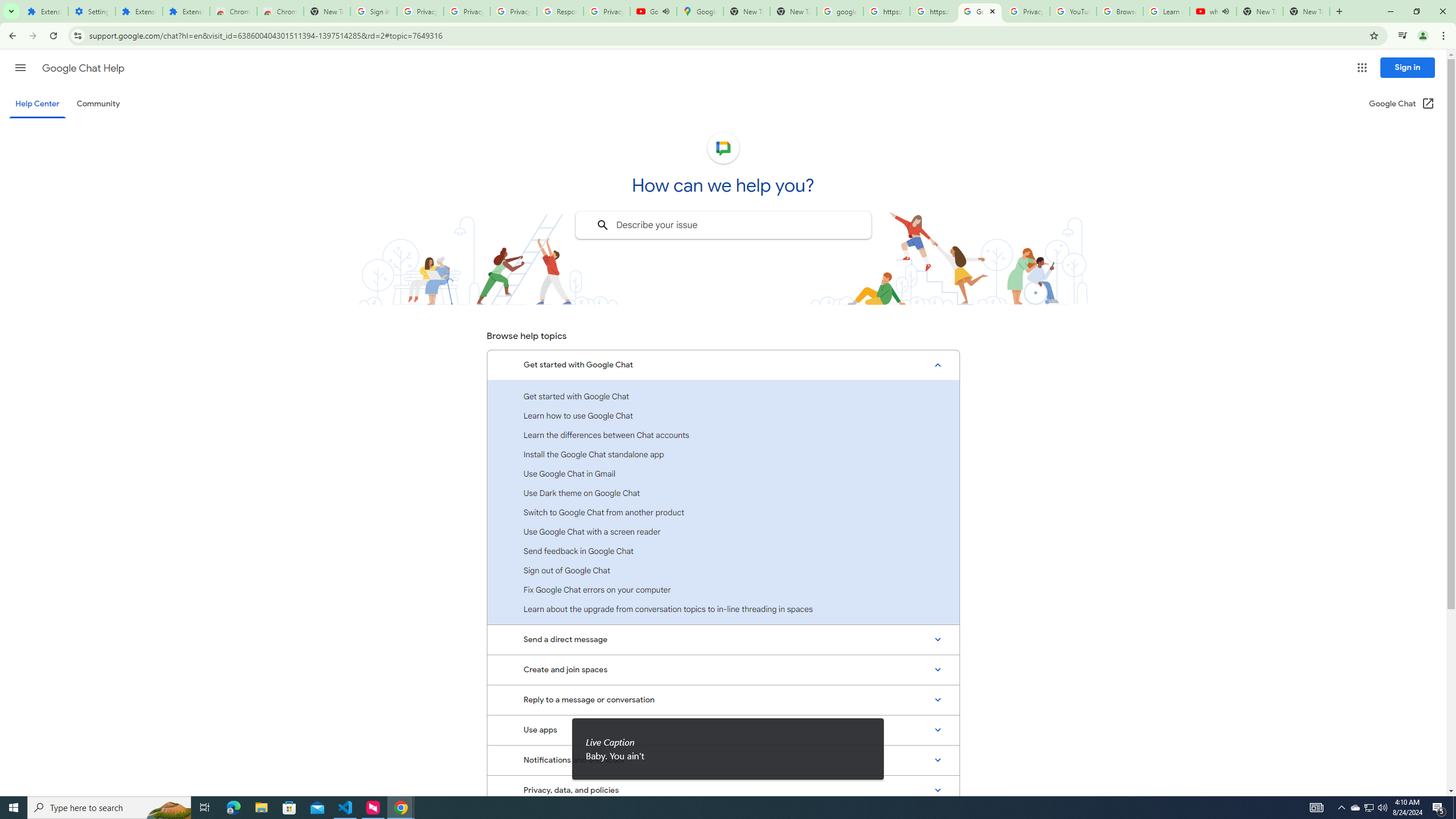 The width and height of the screenshot is (1456, 819). Describe the element at coordinates (1306, 11) in the screenshot. I see `'New Tab'` at that location.